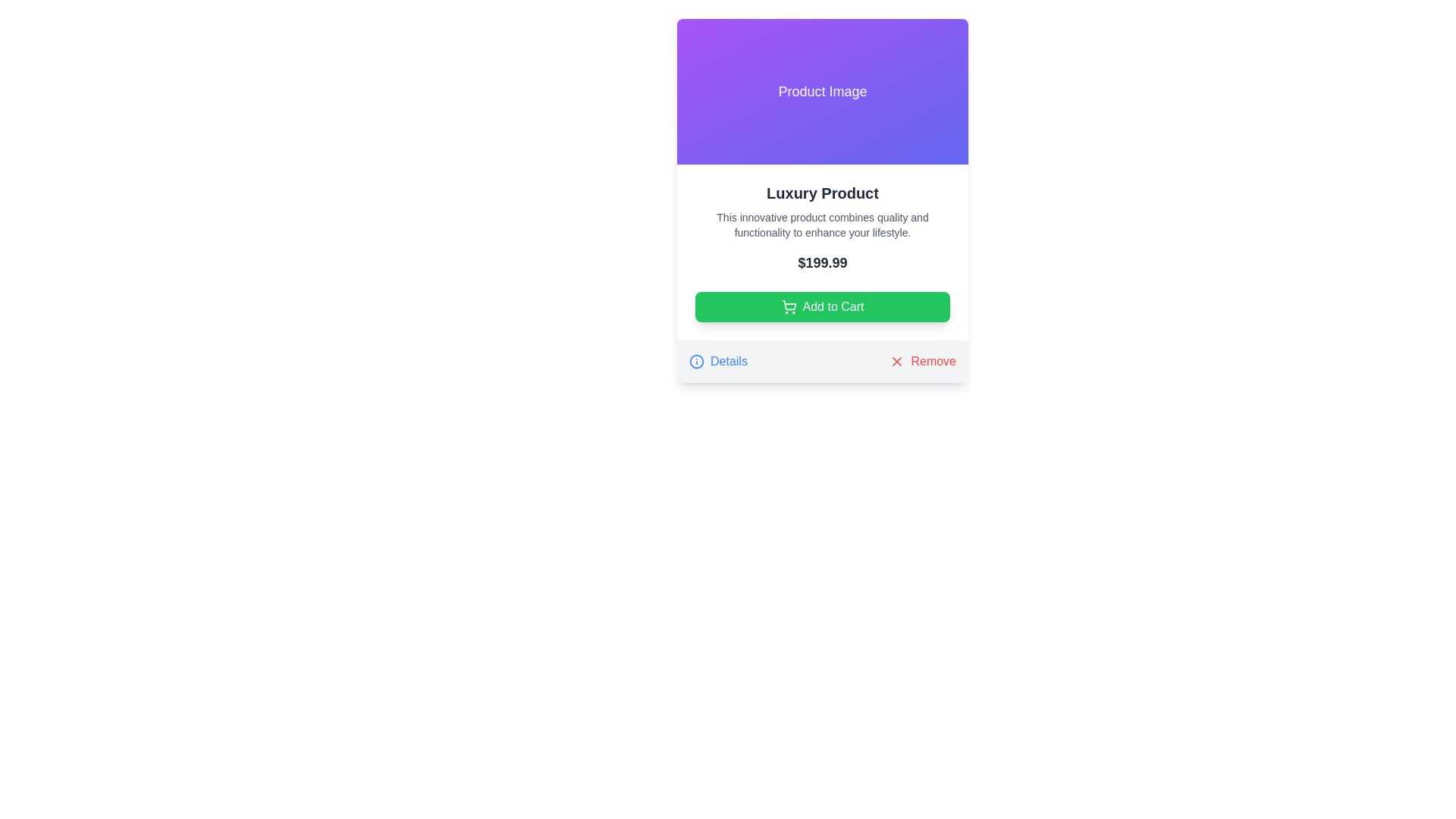 This screenshot has width=1456, height=819. What do you see at coordinates (833, 307) in the screenshot?
I see `the 'Add to Cart' text displayed on the green button, which indicates the functionality of adding an item to the cart` at bounding box center [833, 307].